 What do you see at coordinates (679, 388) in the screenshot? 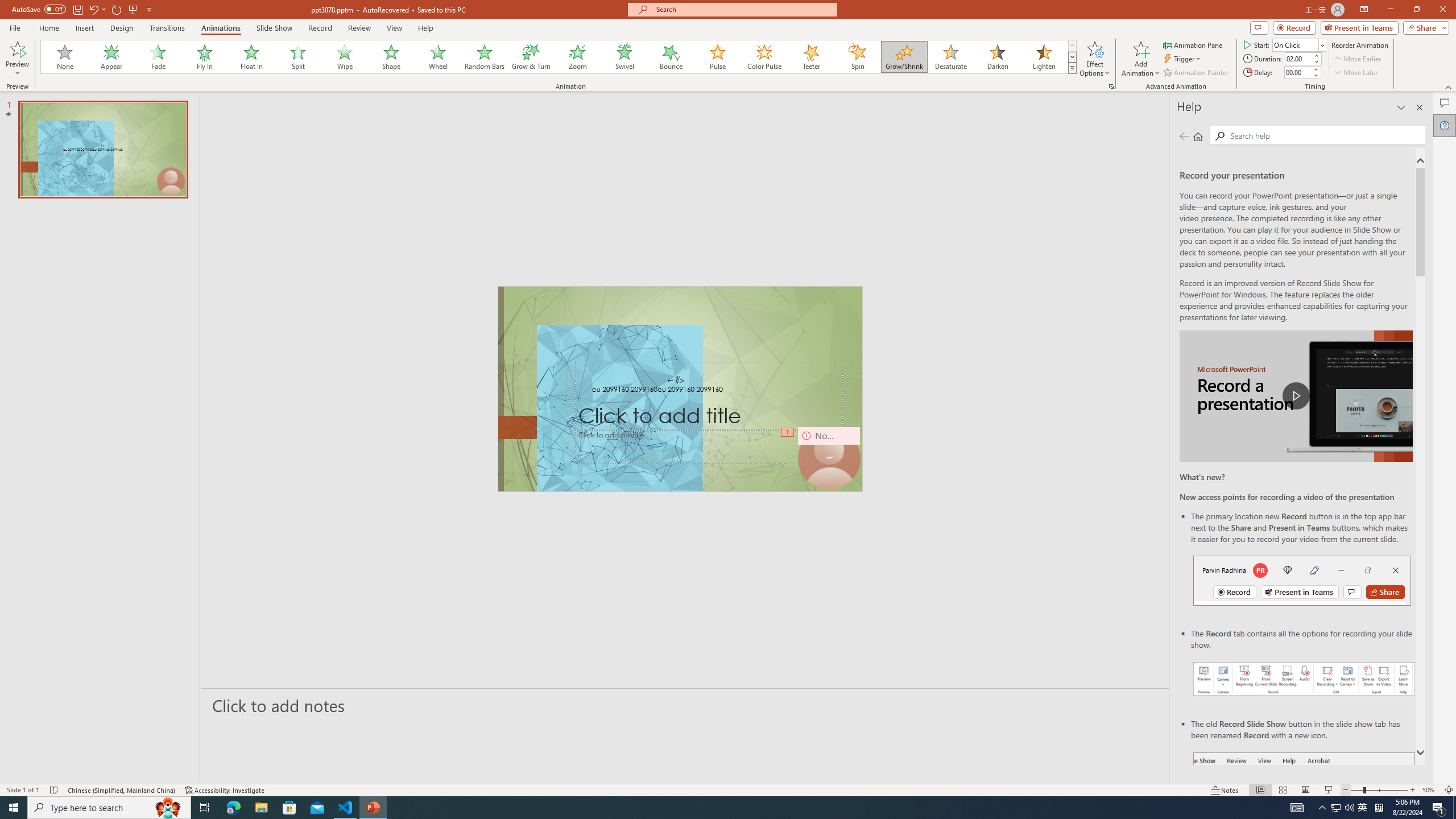
I see `'An abstract genetic concept'` at bounding box center [679, 388].